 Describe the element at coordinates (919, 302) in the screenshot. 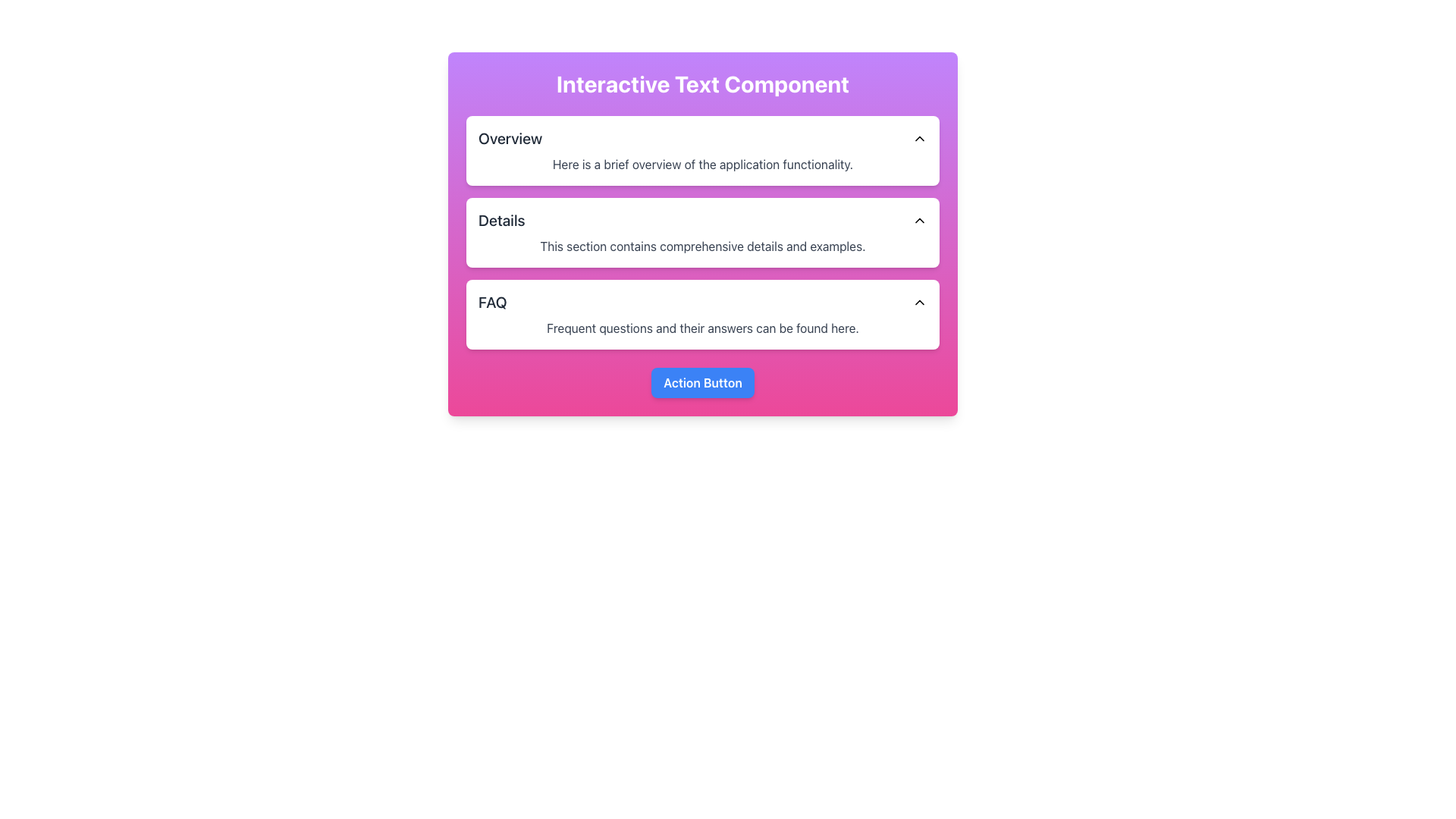

I see `the upward-pointing chevron icon located at the right side of the FAQ section header` at that location.